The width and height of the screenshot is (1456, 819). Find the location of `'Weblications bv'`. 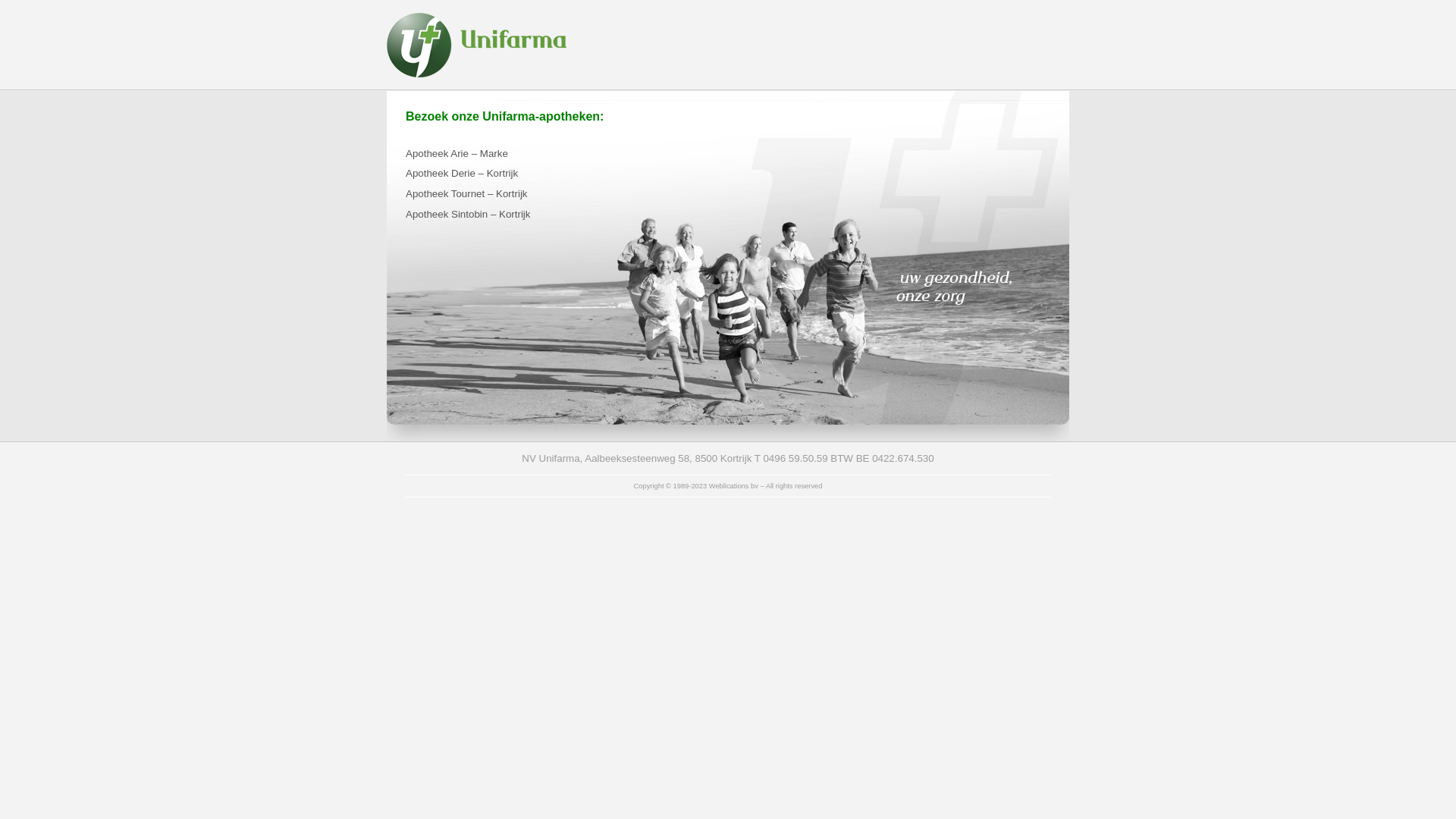

'Weblications bv' is located at coordinates (733, 485).